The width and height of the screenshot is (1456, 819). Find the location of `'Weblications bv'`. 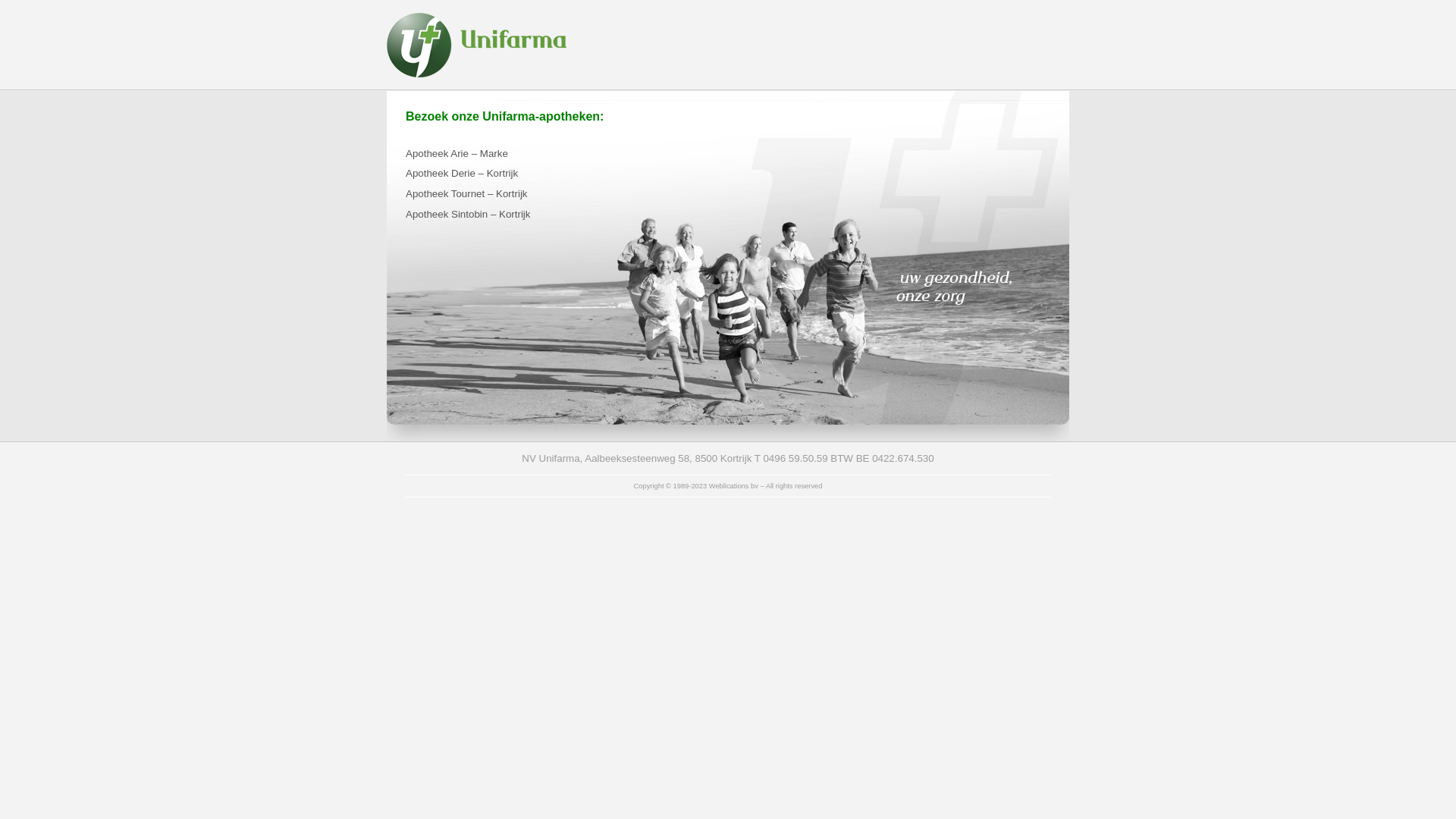

'Weblications bv' is located at coordinates (733, 485).